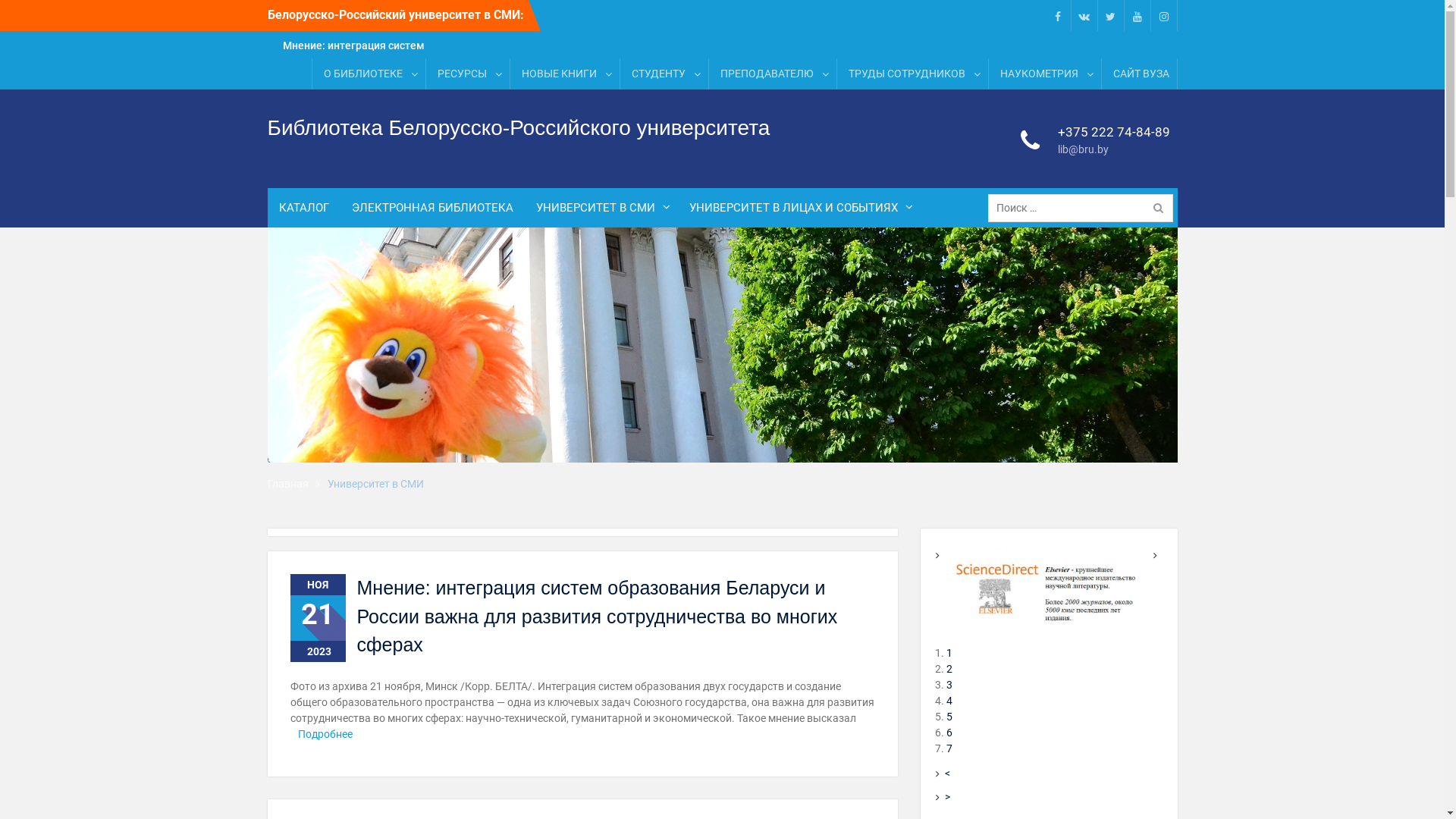  I want to click on '+375 222 74-84-89', so click(1113, 131).